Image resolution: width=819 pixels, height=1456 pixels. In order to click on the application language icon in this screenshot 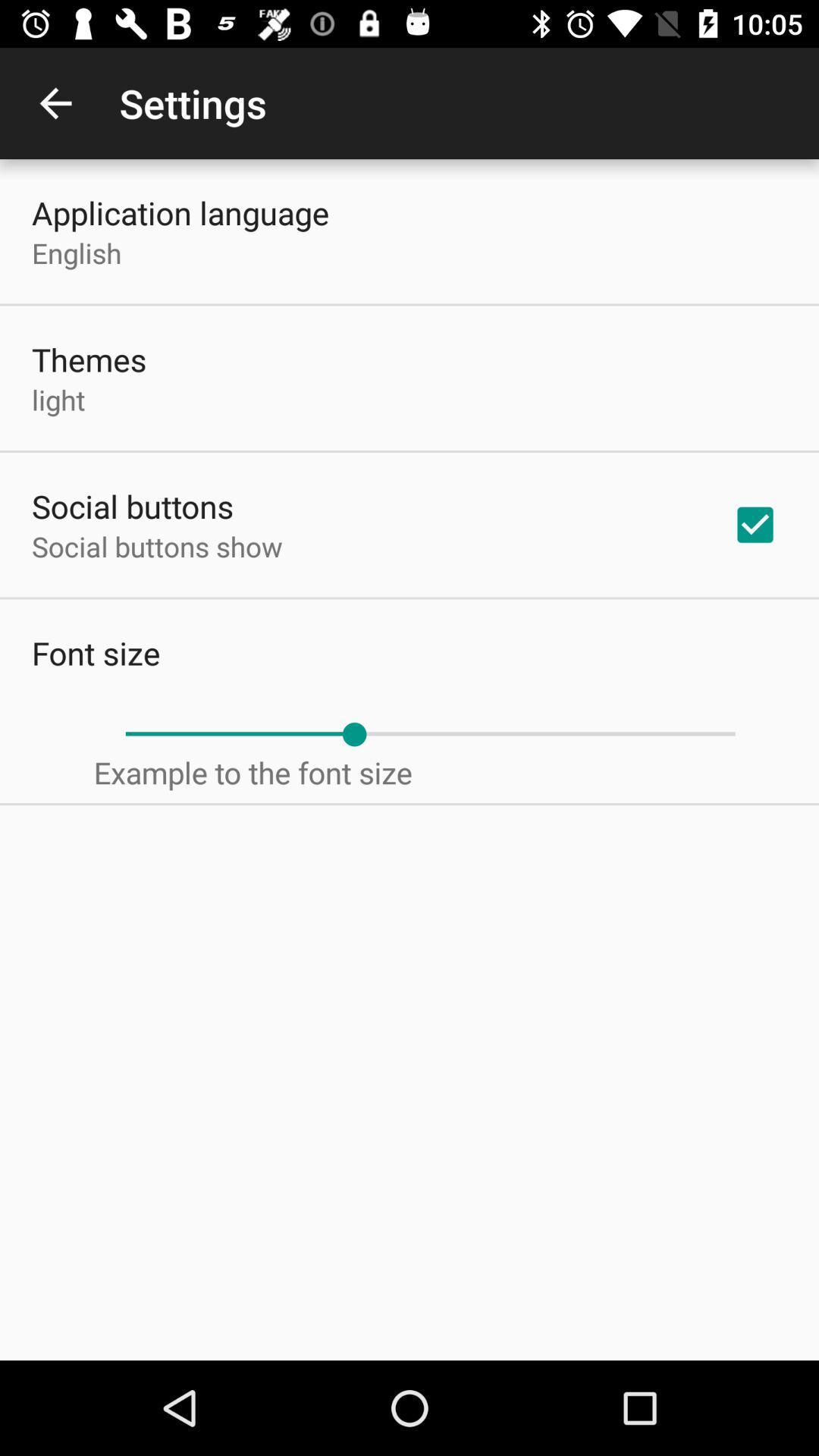, I will do `click(180, 212)`.